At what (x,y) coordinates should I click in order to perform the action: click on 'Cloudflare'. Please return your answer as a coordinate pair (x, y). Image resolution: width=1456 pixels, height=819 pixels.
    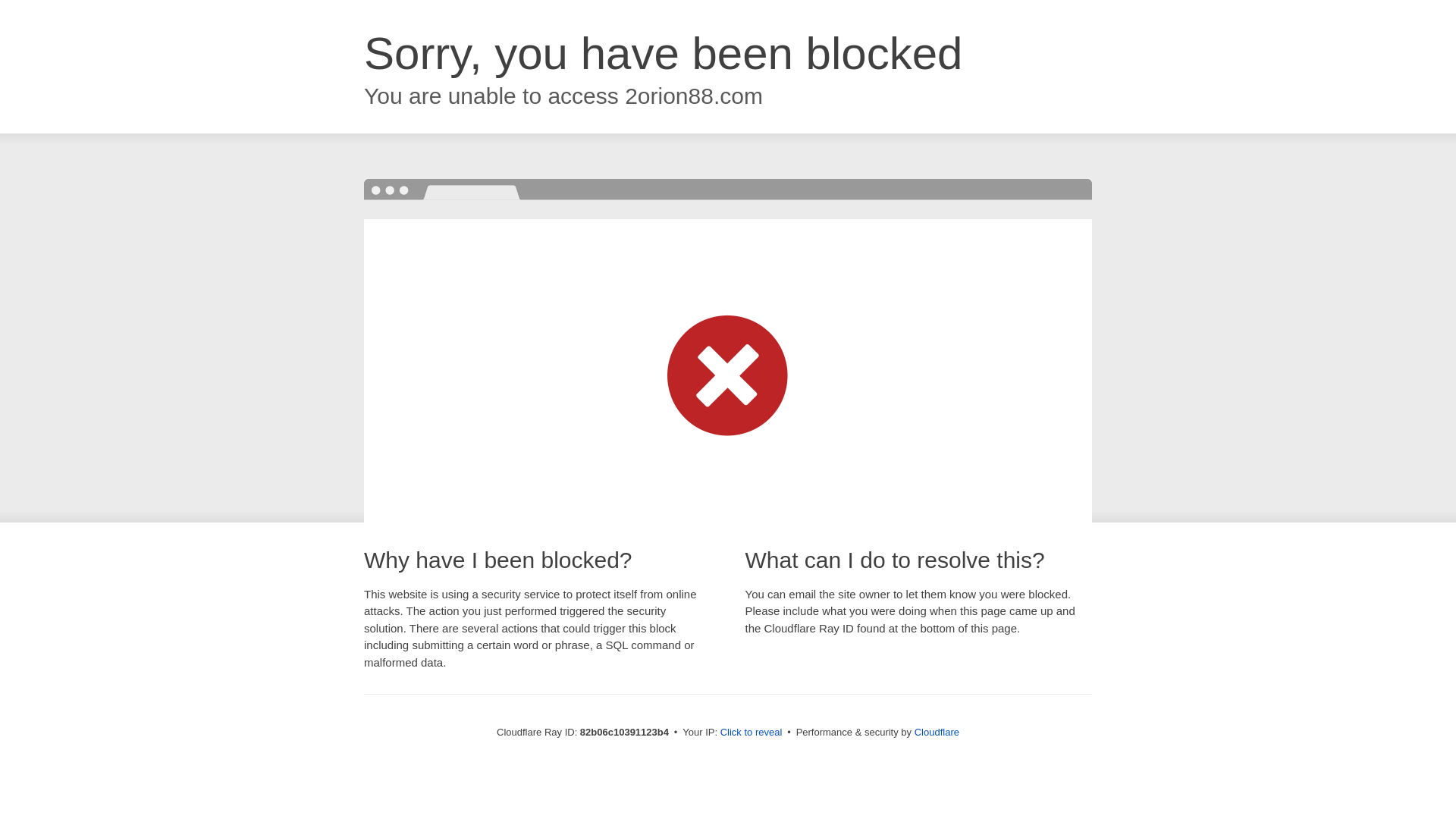
    Looking at the image, I should click on (936, 731).